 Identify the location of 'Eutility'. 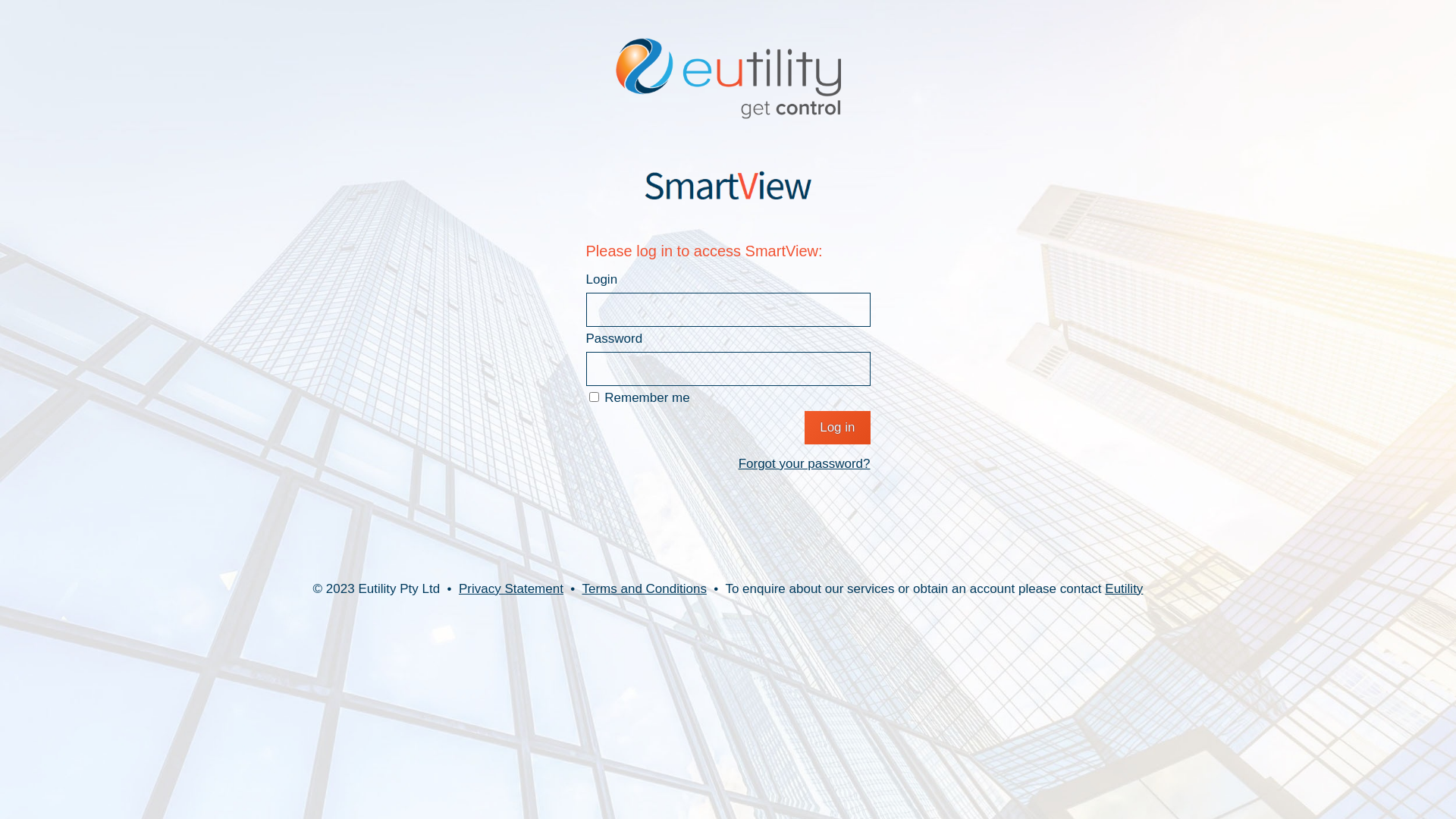
(1105, 587).